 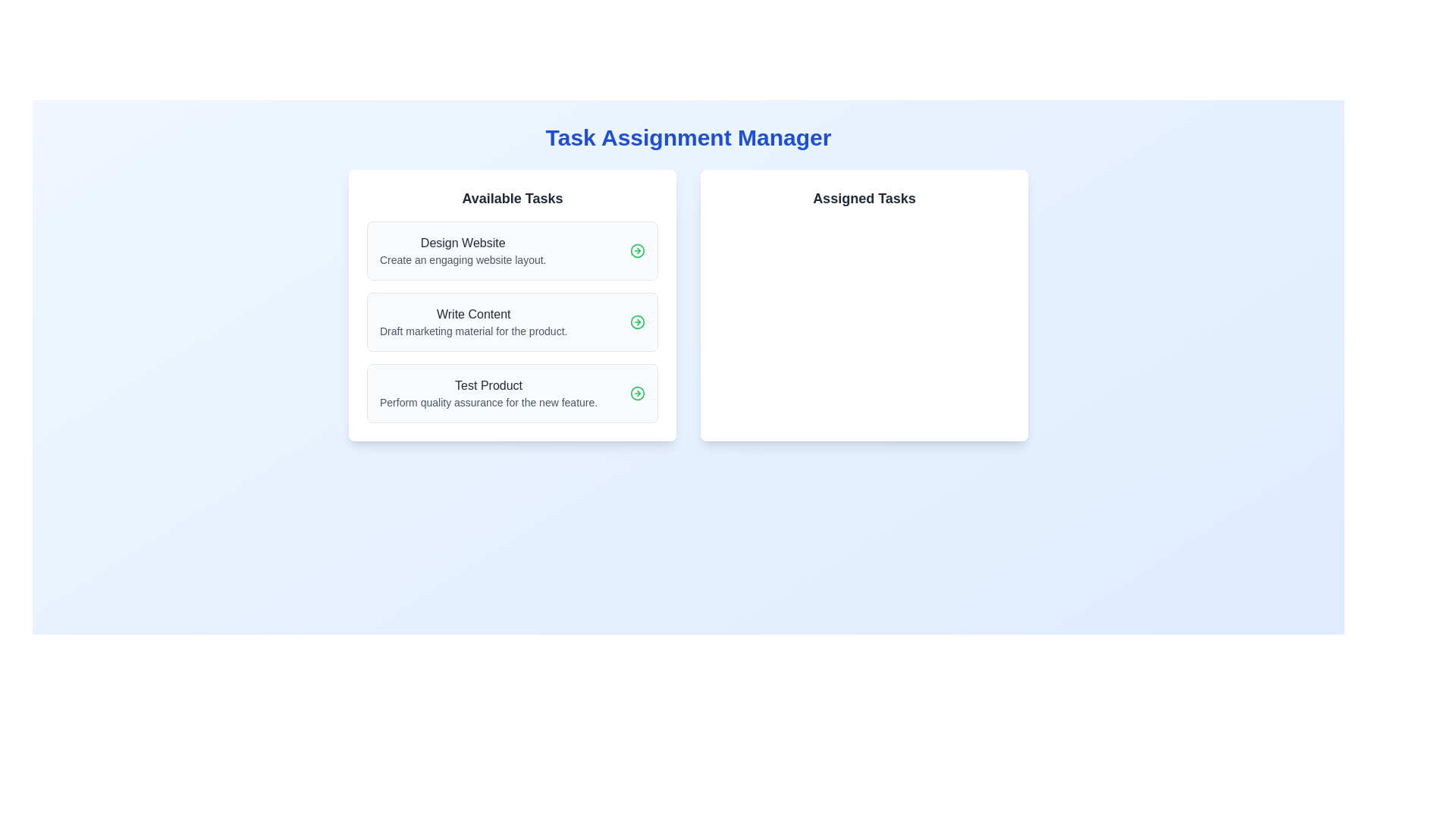 What do you see at coordinates (488, 385) in the screenshot?
I see `the text label representing the task title 'Test Product'` at bounding box center [488, 385].